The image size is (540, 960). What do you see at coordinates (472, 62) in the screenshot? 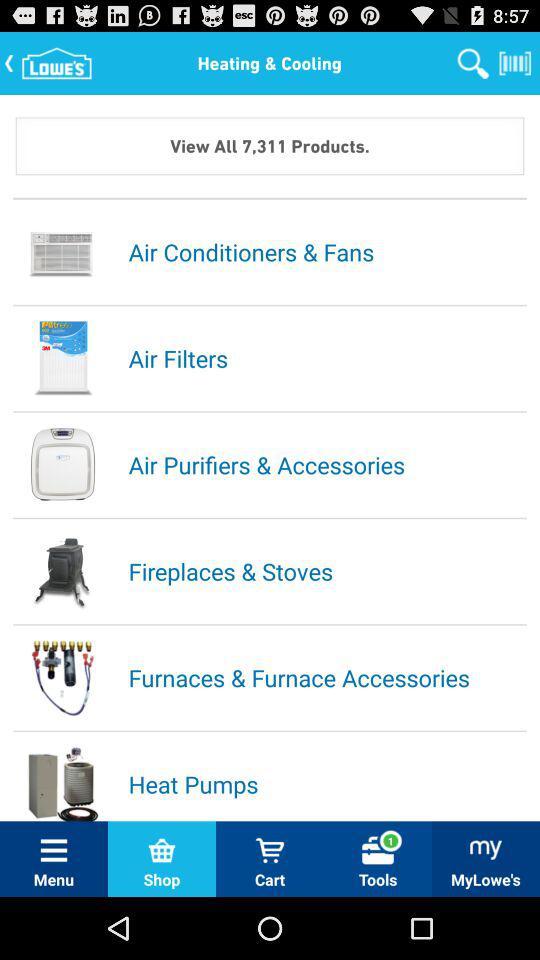
I see `the item to the right of the heating & cooling icon` at bounding box center [472, 62].